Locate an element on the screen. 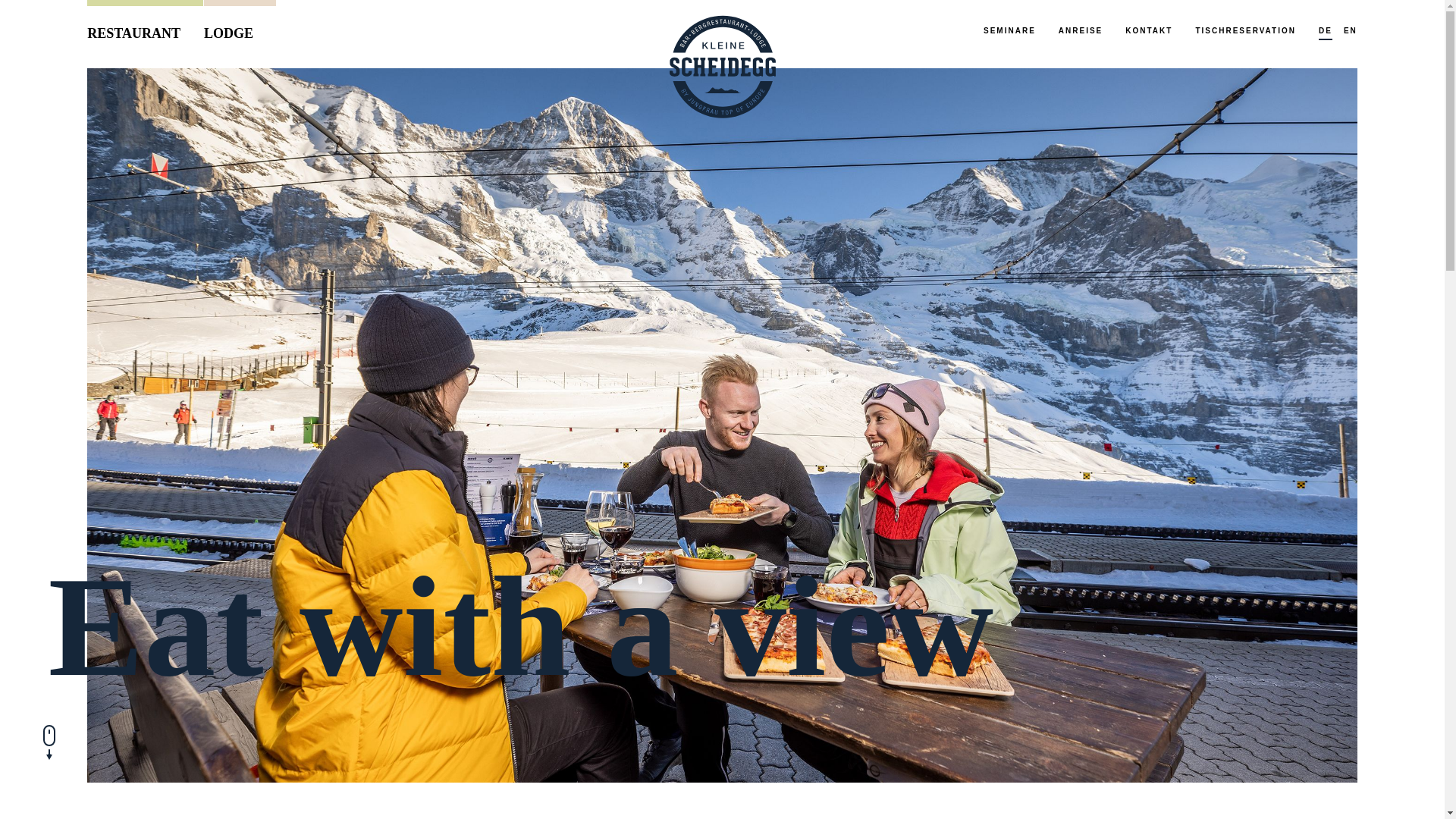 The width and height of the screenshot is (1456, 819). 'SEMINARE' is located at coordinates (983, 31).